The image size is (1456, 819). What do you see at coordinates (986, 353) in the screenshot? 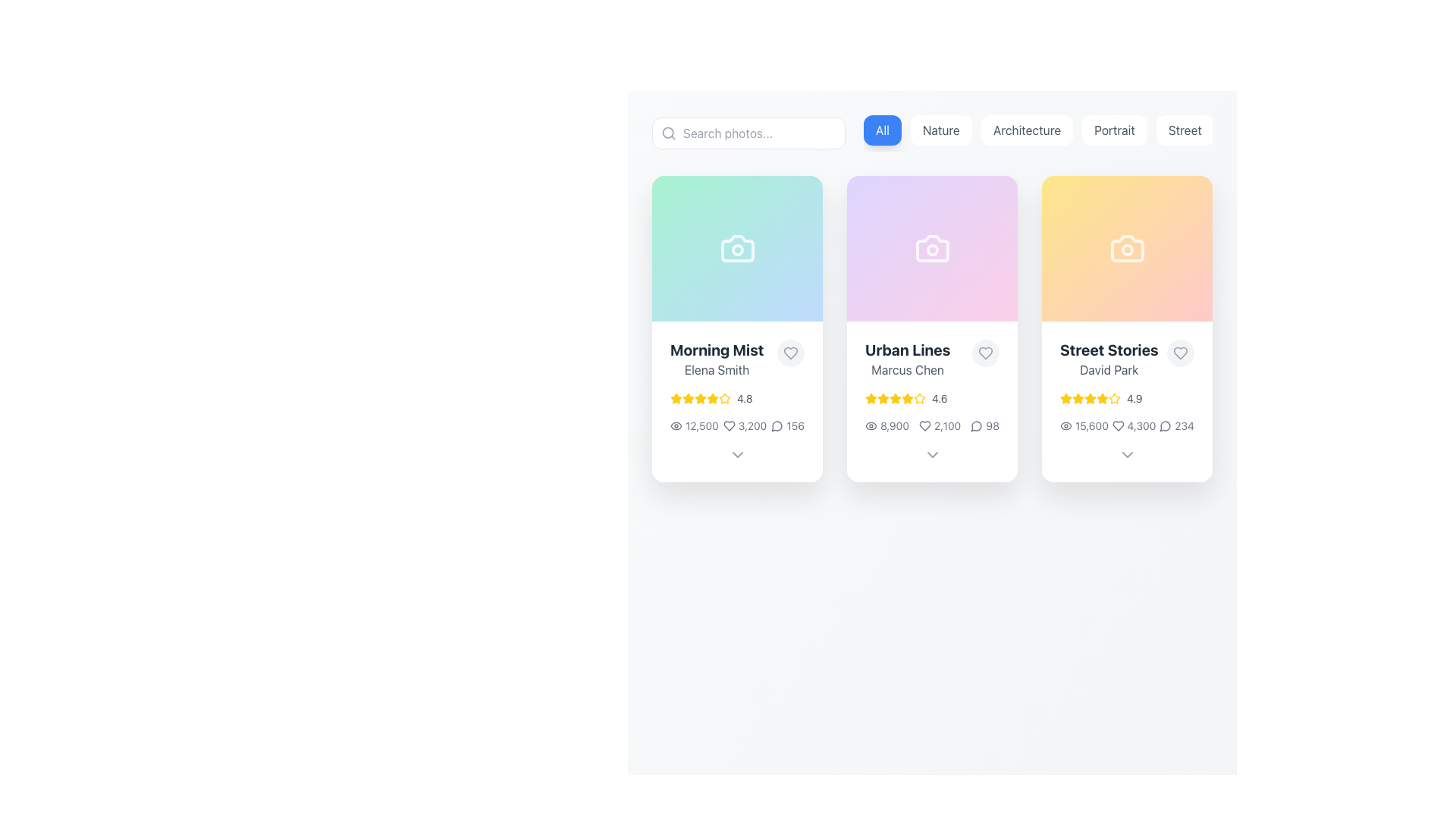
I see `the heart icon button located in the right-upper corner of the 'Urban Lines' card by 'Marcus Chen' to favorite the item` at bounding box center [986, 353].